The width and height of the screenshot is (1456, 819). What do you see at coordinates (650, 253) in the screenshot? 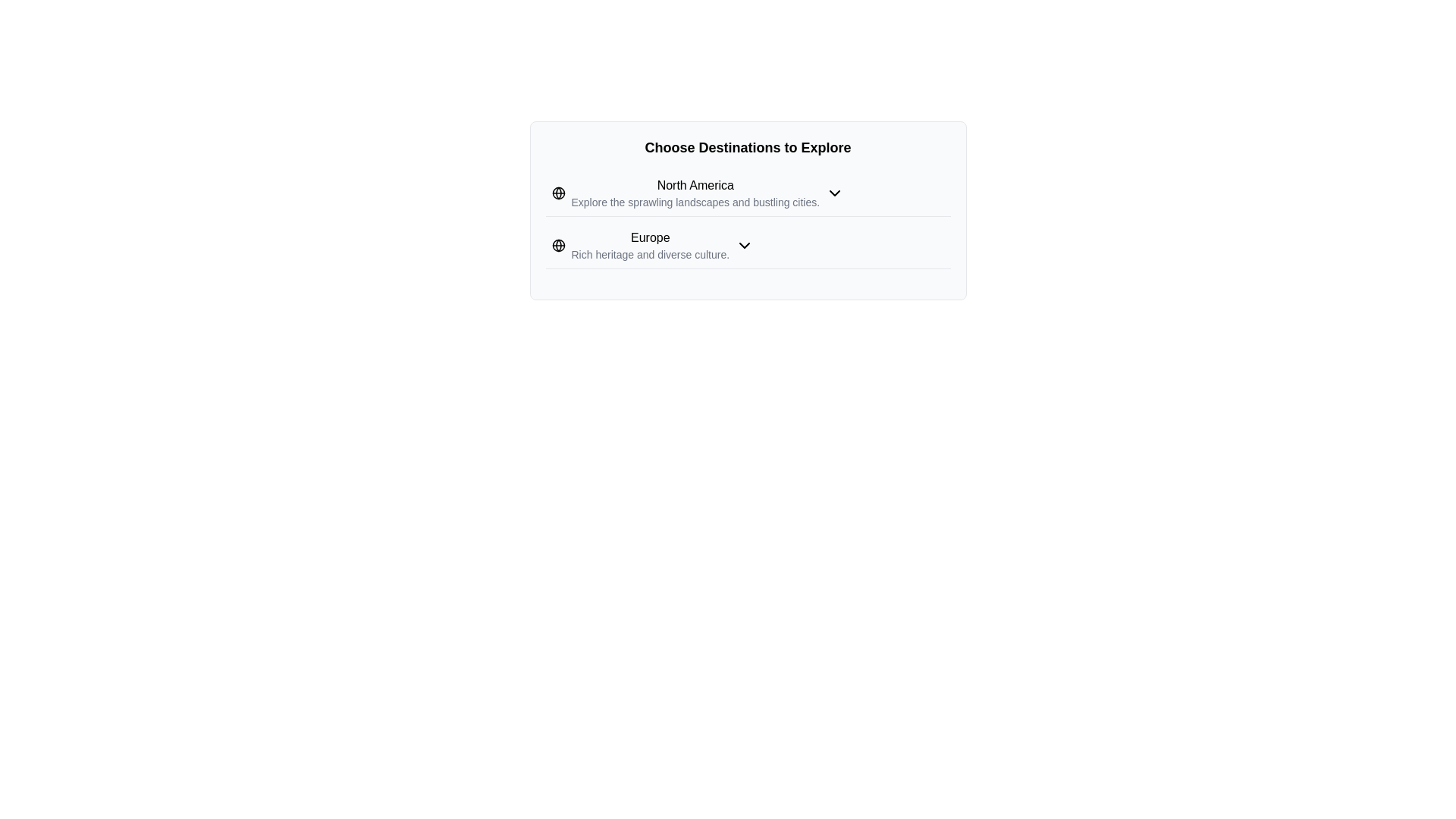
I see `the informational text entry located directly below the heading 'Europe' in the list of destinations` at bounding box center [650, 253].